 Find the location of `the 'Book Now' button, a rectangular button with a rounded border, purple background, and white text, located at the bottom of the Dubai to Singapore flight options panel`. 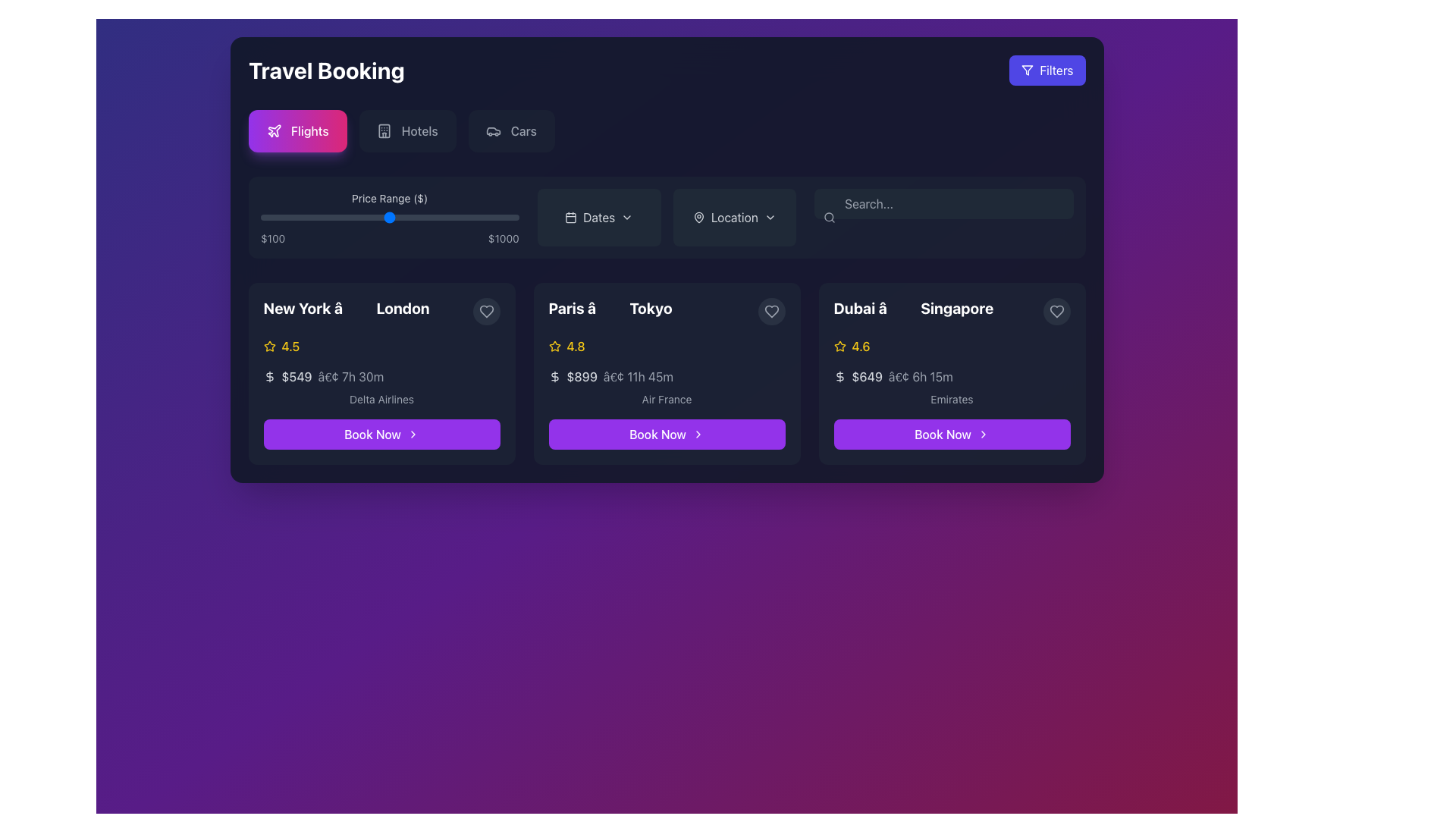

the 'Book Now' button, a rectangular button with a rounded border, purple background, and white text, located at the bottom of the Dubai to Singapore flight options panel is located at coordinates (951, 435).